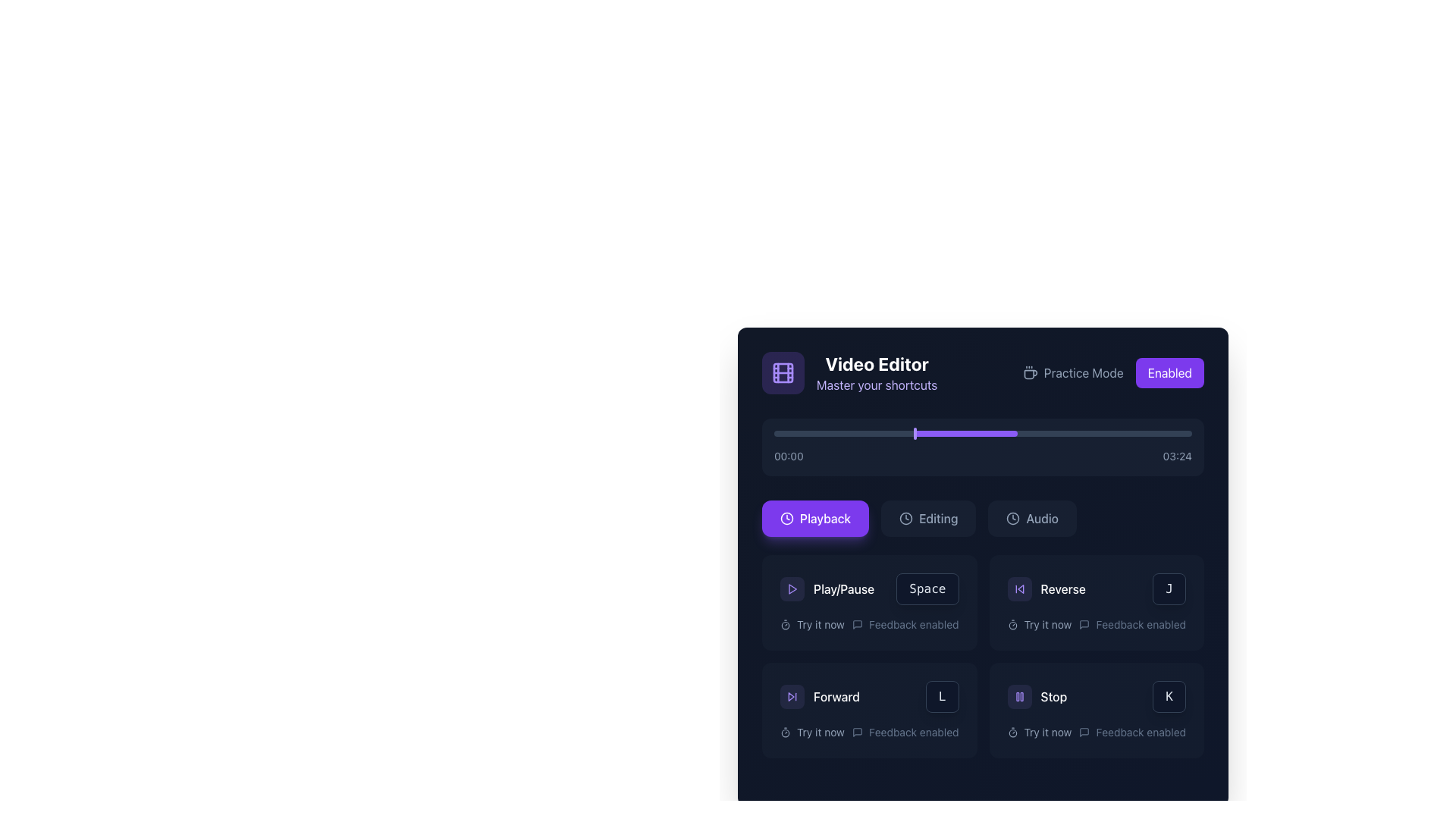 This screenshot has width=1456, height=819. I want to click on the playback time, so click(1021, 433).